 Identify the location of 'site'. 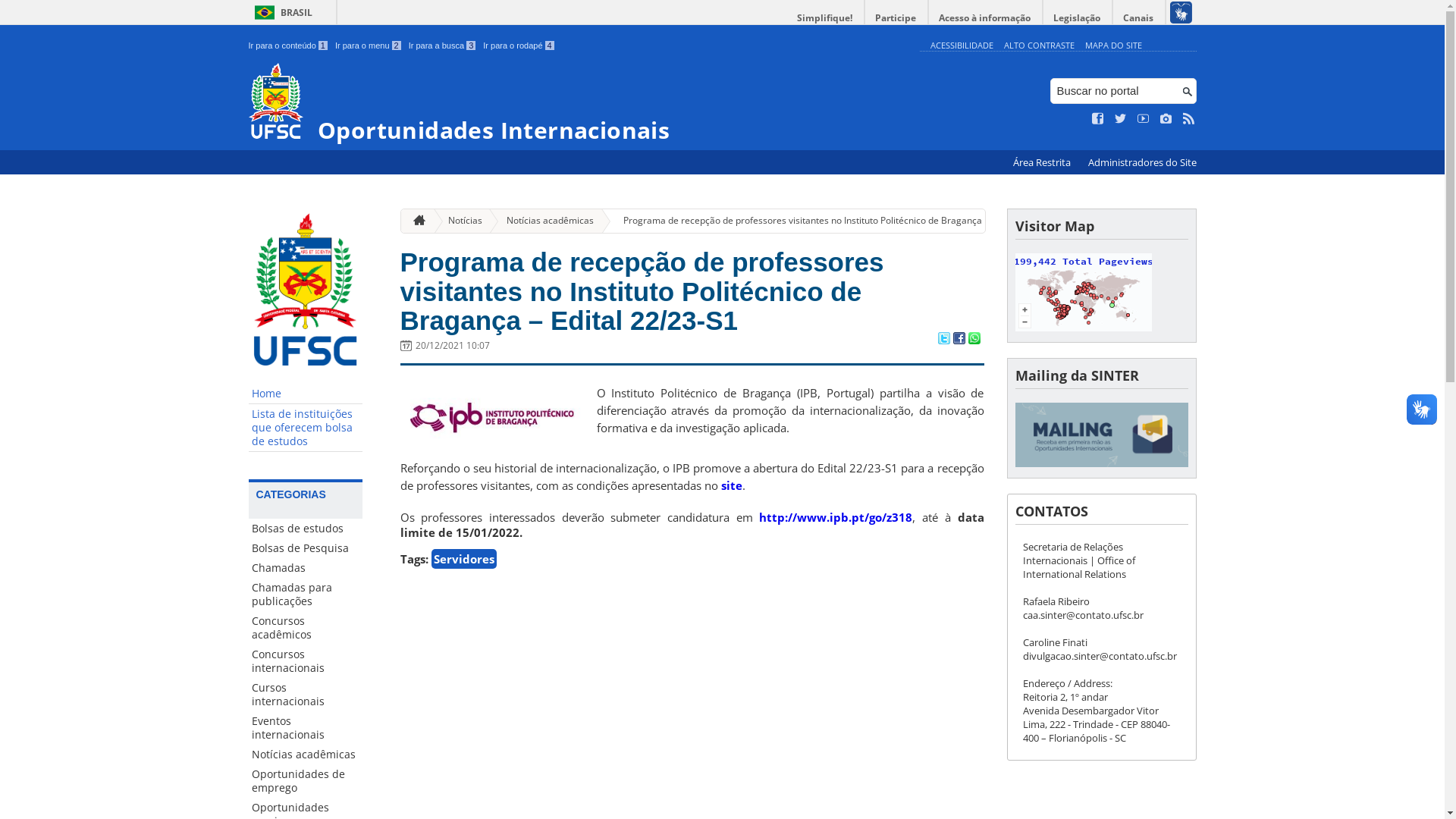
(731, 485).